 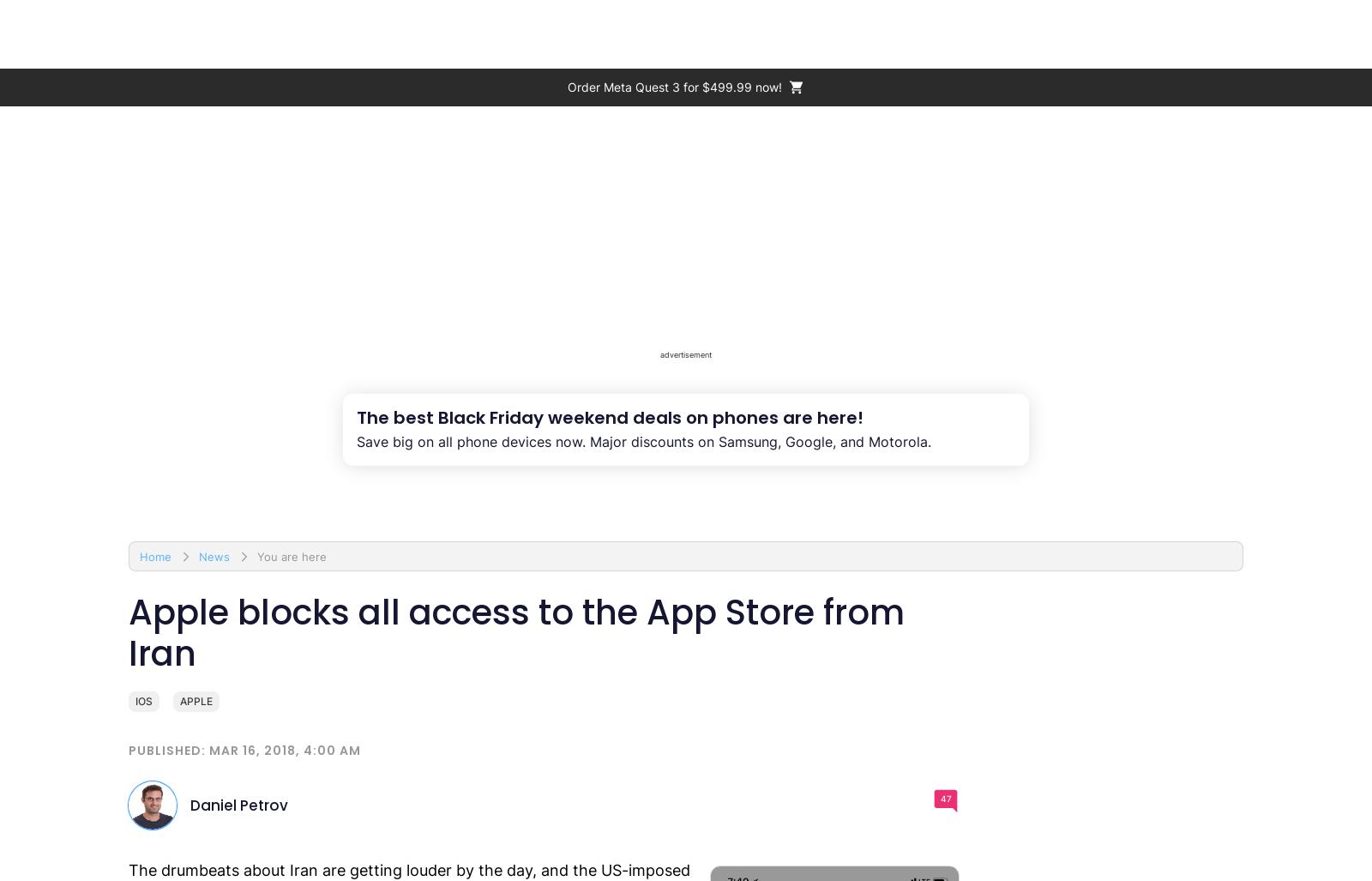 What do you see at coordinates (822, 33) in the screenshot?
I see `'Manufacturers'` at bounding box center [822, 33].